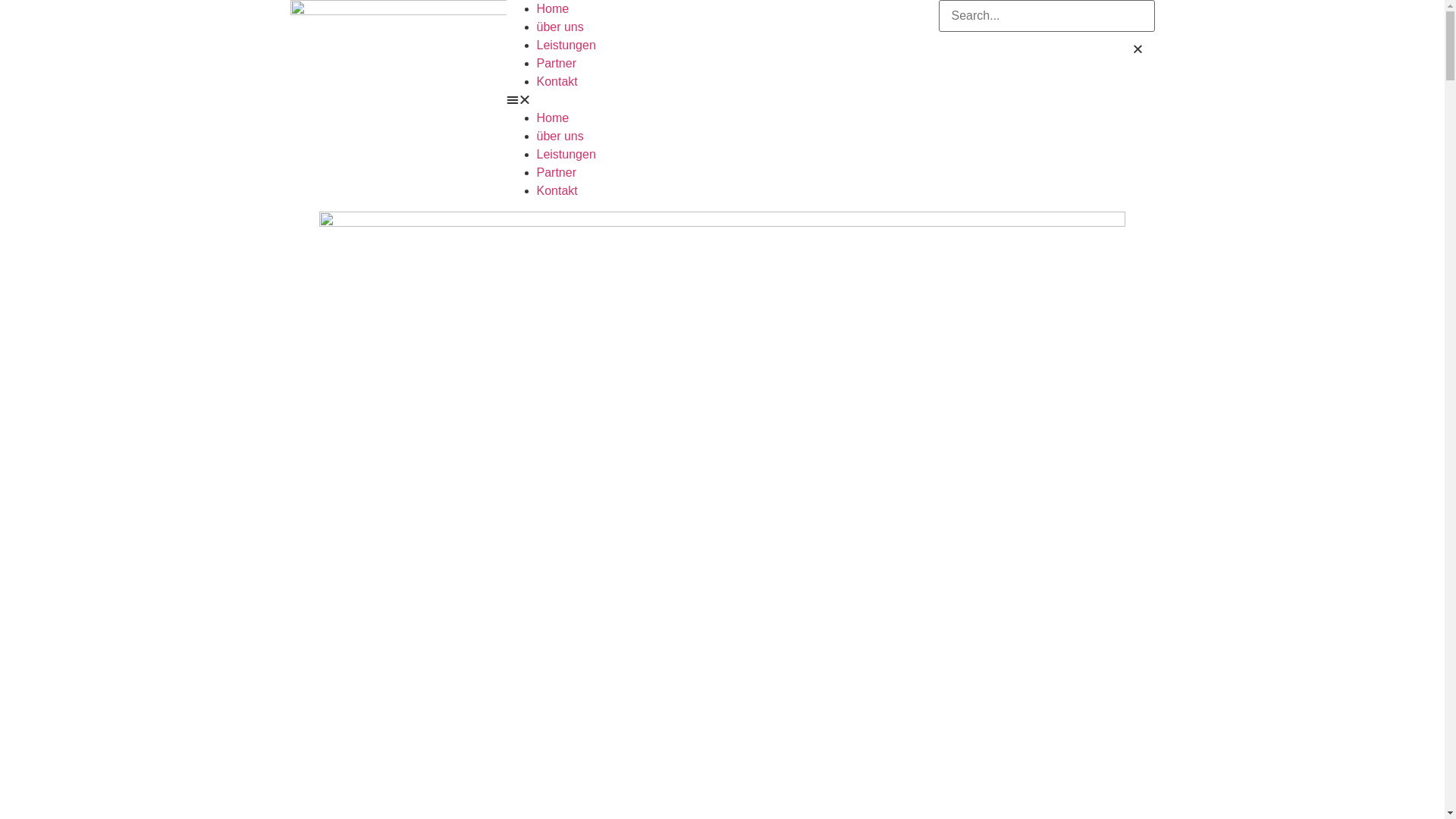 This screenshot has width=1456, height=819. I want to click on 'Leistungen', so click(566, 44).